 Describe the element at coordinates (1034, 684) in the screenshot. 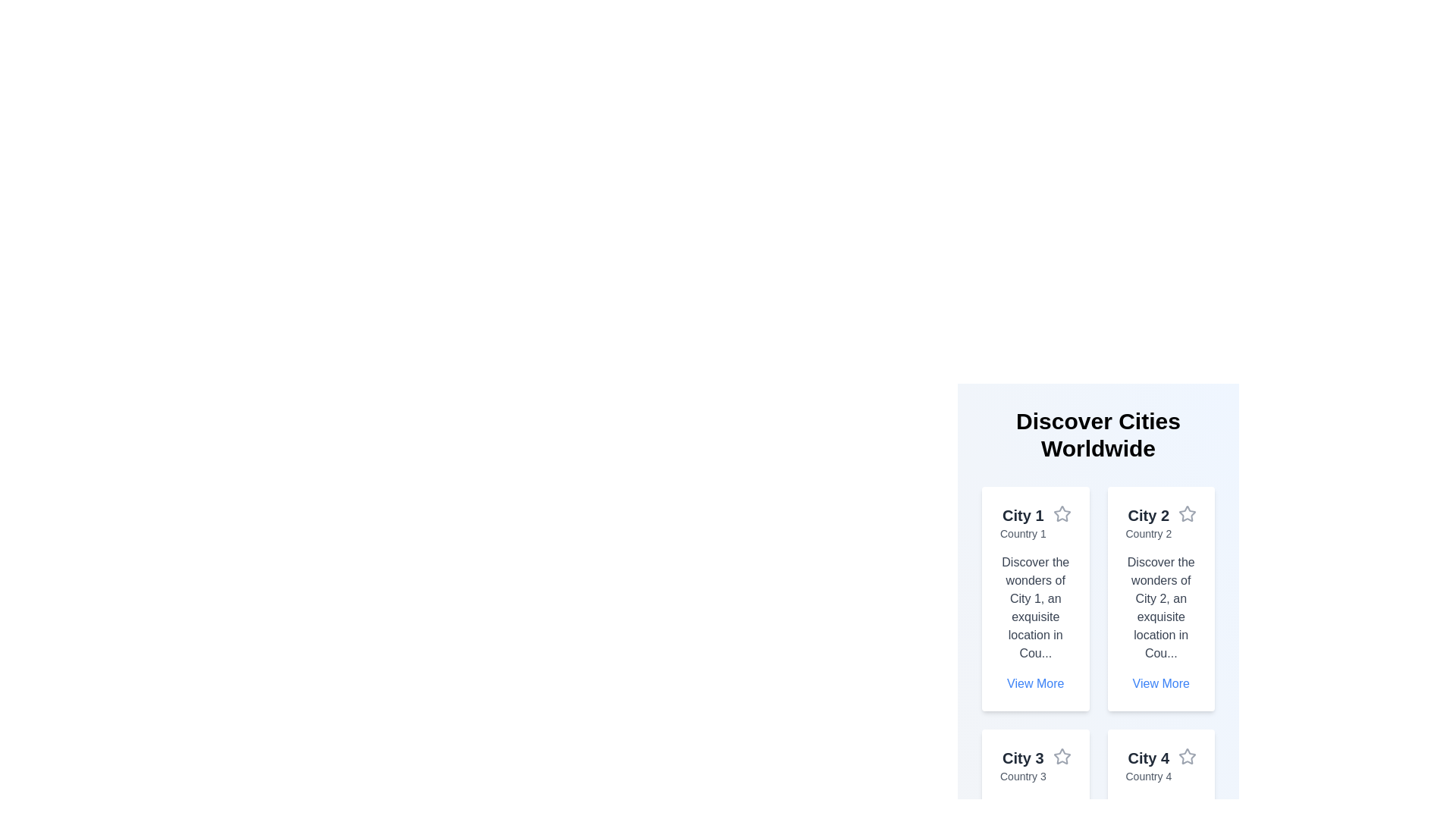

I see `the Text link at the bottom-right corner of the card for 'City 1'` at that location.